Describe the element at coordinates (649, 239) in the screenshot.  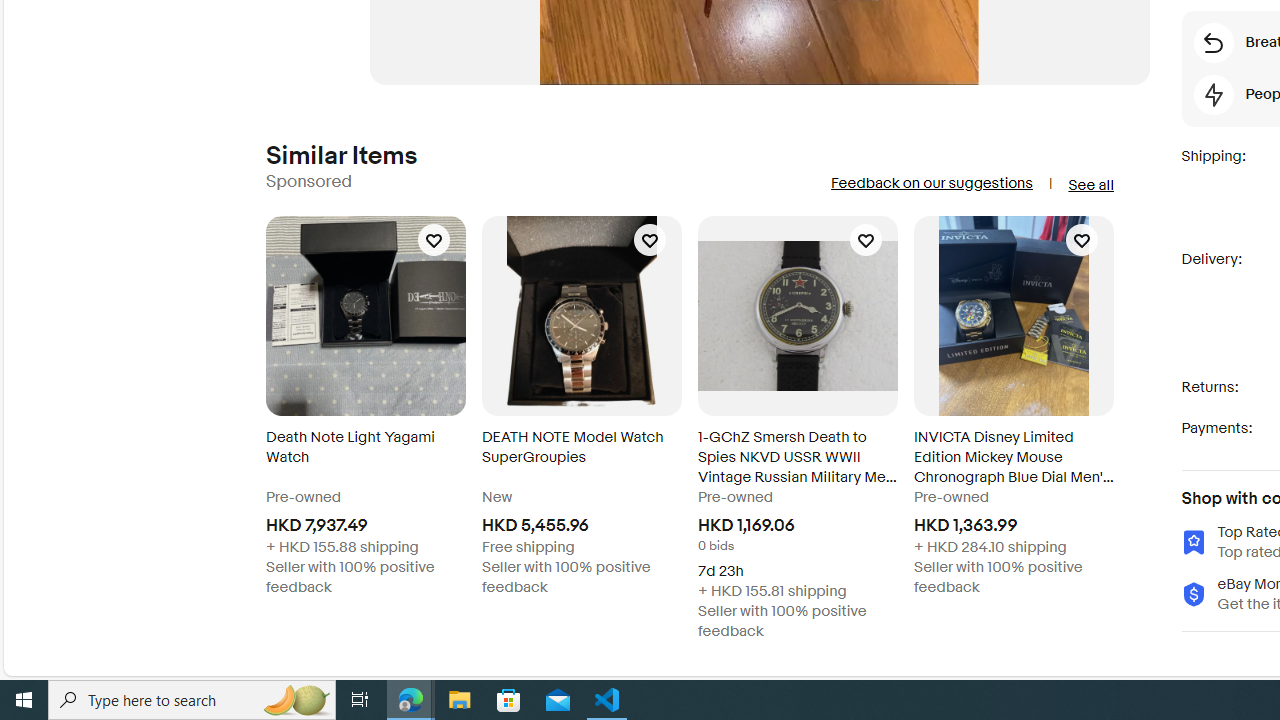
I see `'Add DEATH NOTE Model Watch SuperGroupies to your watch list'` at that location.